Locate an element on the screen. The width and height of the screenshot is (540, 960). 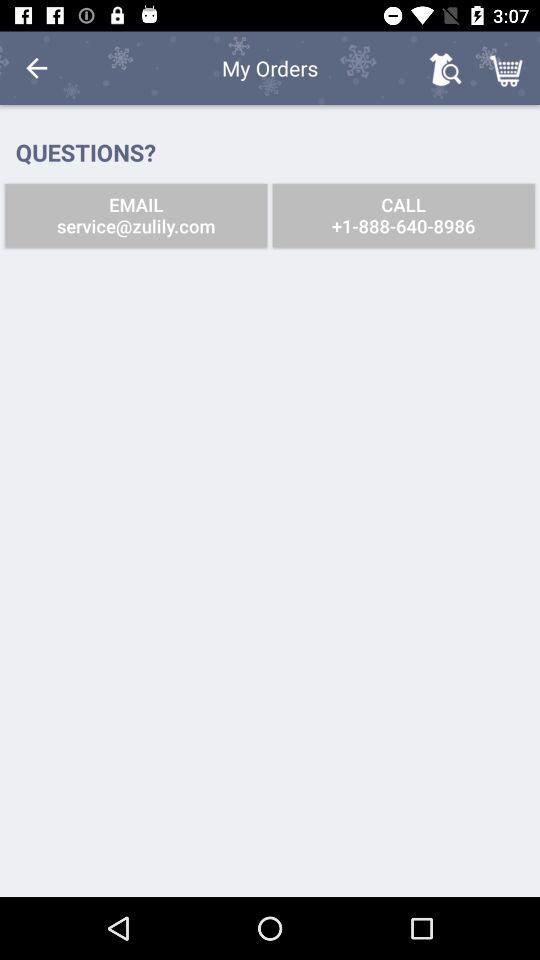
item to the right of the my orders item is located at coordinates (445, 68).